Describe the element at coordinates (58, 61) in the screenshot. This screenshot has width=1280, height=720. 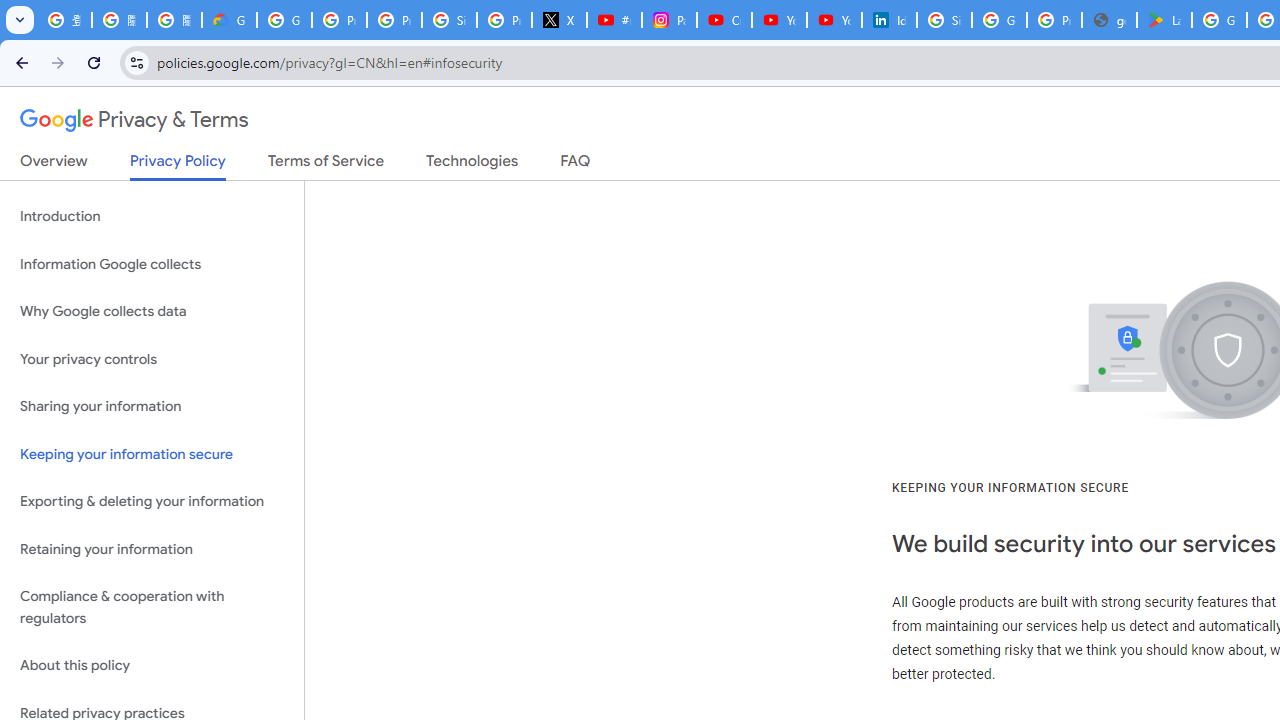
I see `'Forward'` at that location.